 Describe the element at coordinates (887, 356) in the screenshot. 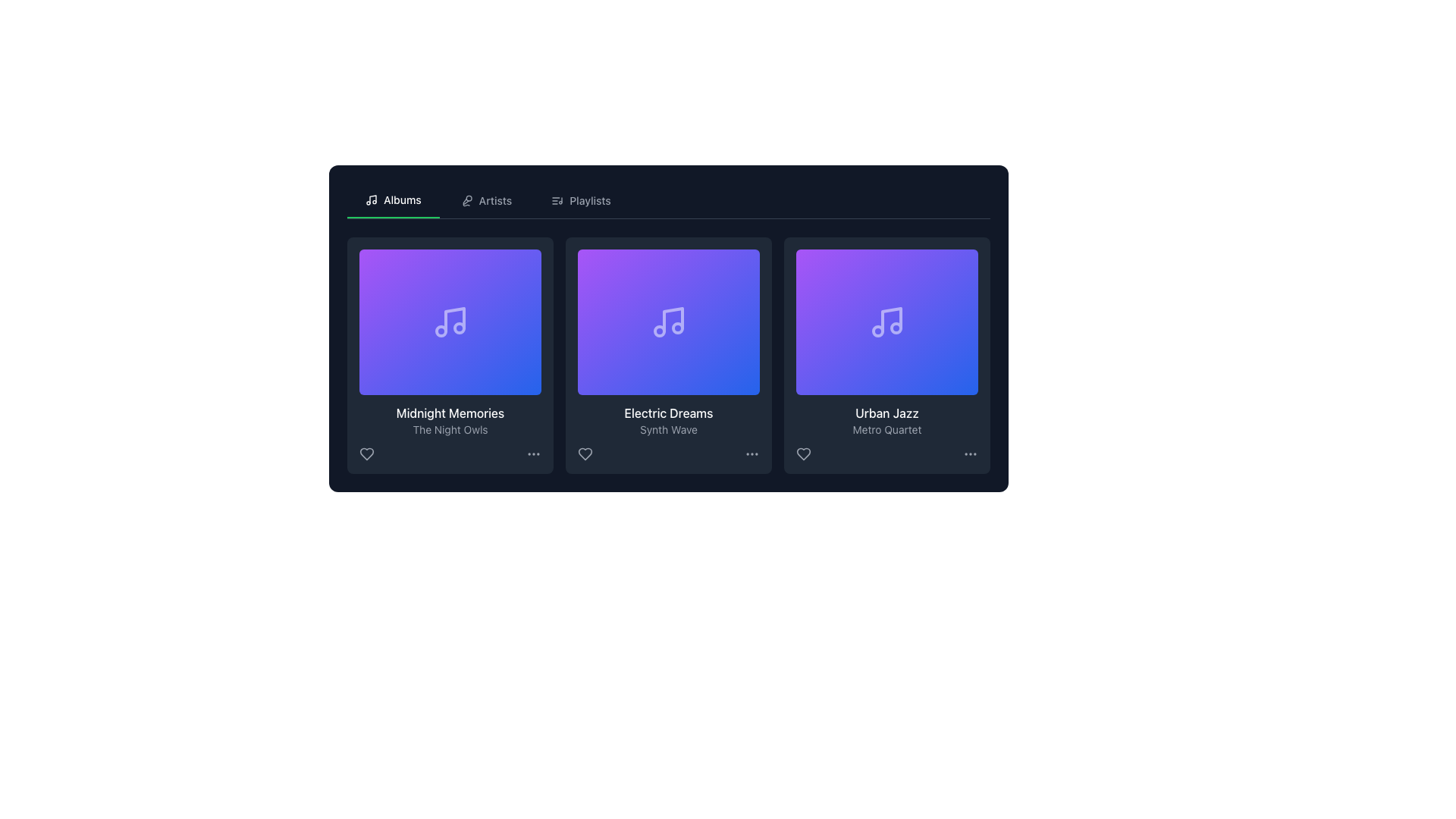

I see `the card component representing the 'Urban Jazz' album in the grid layout to trigger hover effects` at that location.